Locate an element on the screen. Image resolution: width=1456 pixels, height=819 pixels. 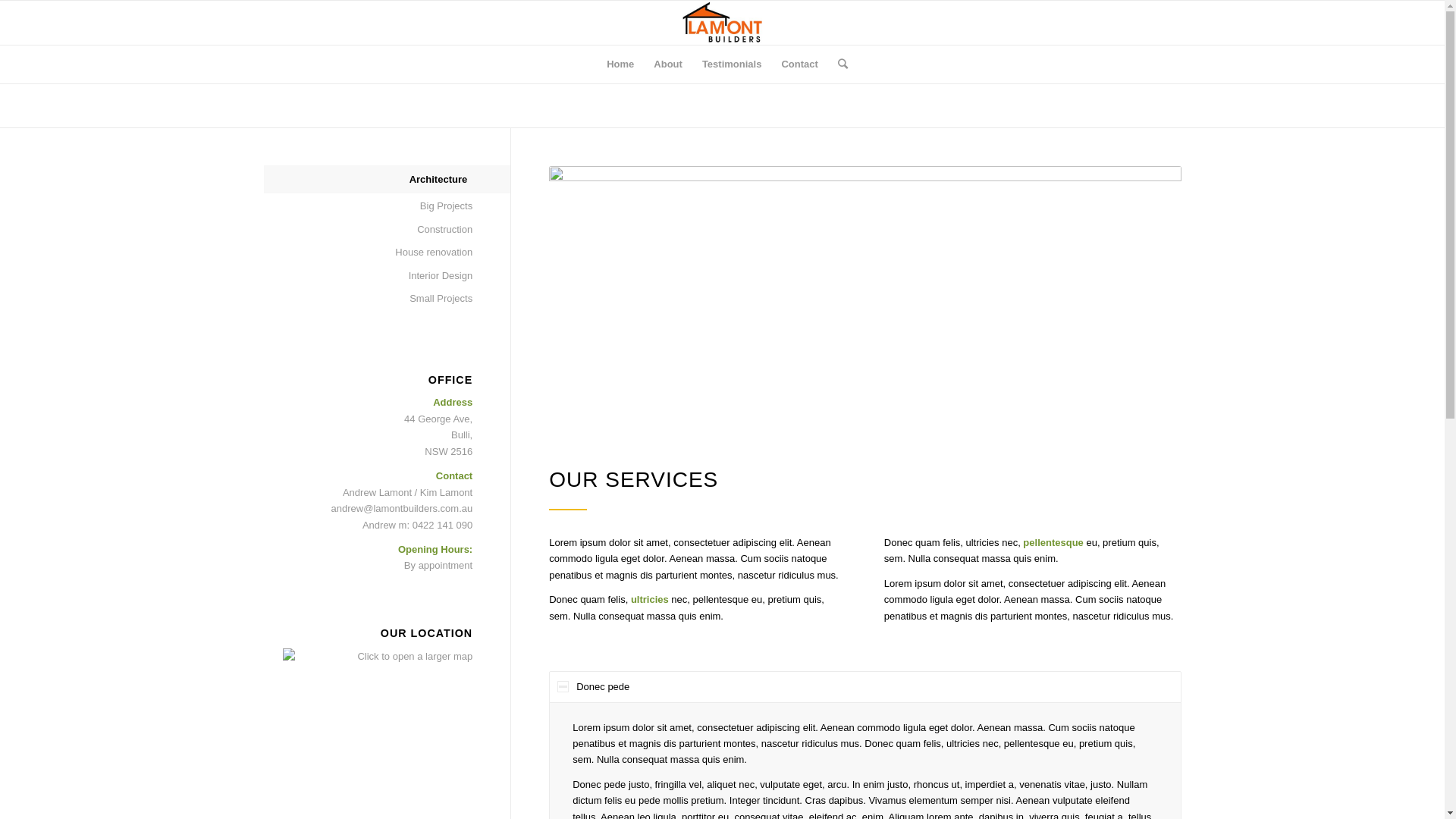
'Click to open a larger map' is located at coordinates (378, 655).